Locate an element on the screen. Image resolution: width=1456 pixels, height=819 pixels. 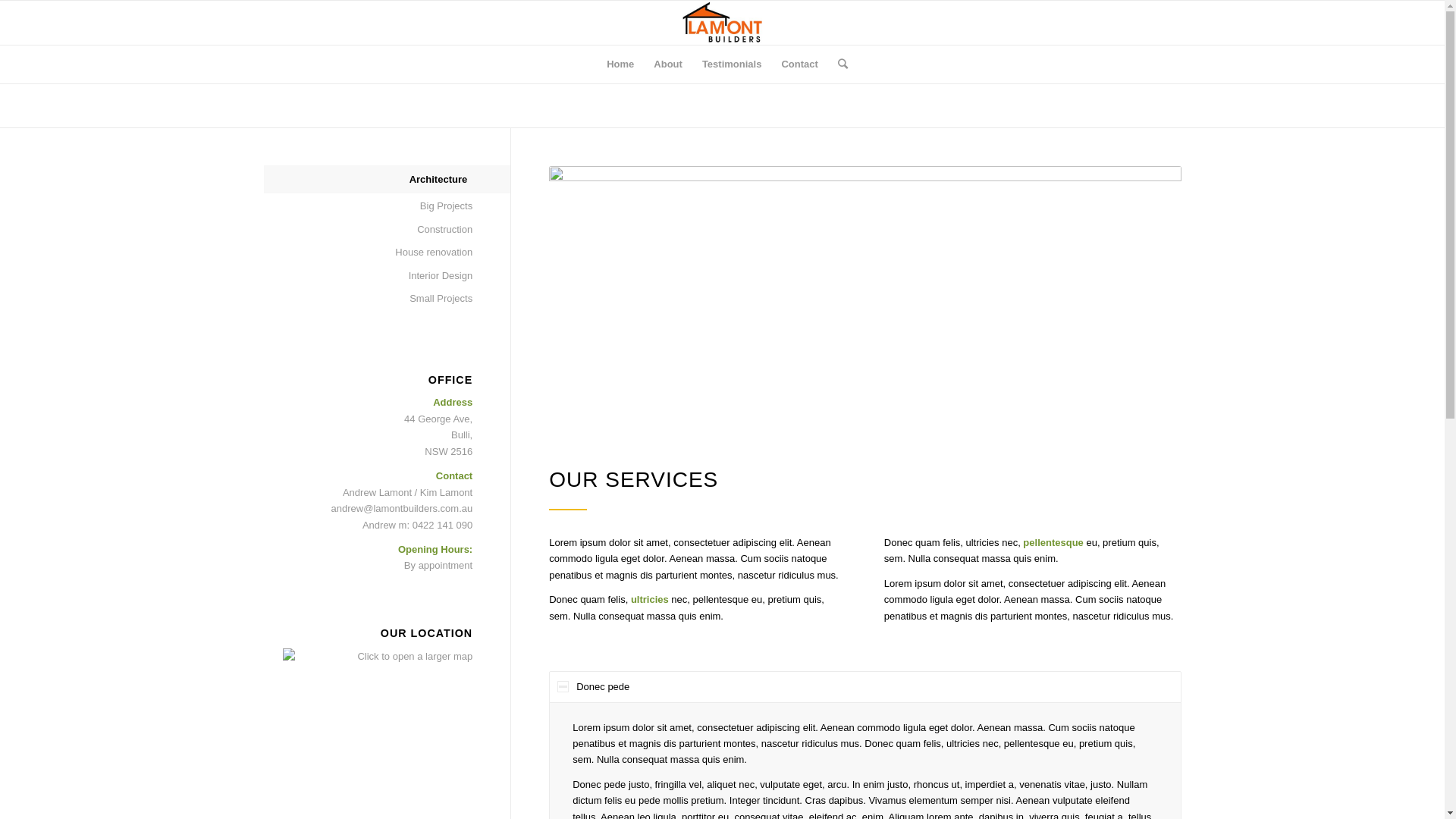
'Click to open a larger map' is located at coordinates (378, 655).